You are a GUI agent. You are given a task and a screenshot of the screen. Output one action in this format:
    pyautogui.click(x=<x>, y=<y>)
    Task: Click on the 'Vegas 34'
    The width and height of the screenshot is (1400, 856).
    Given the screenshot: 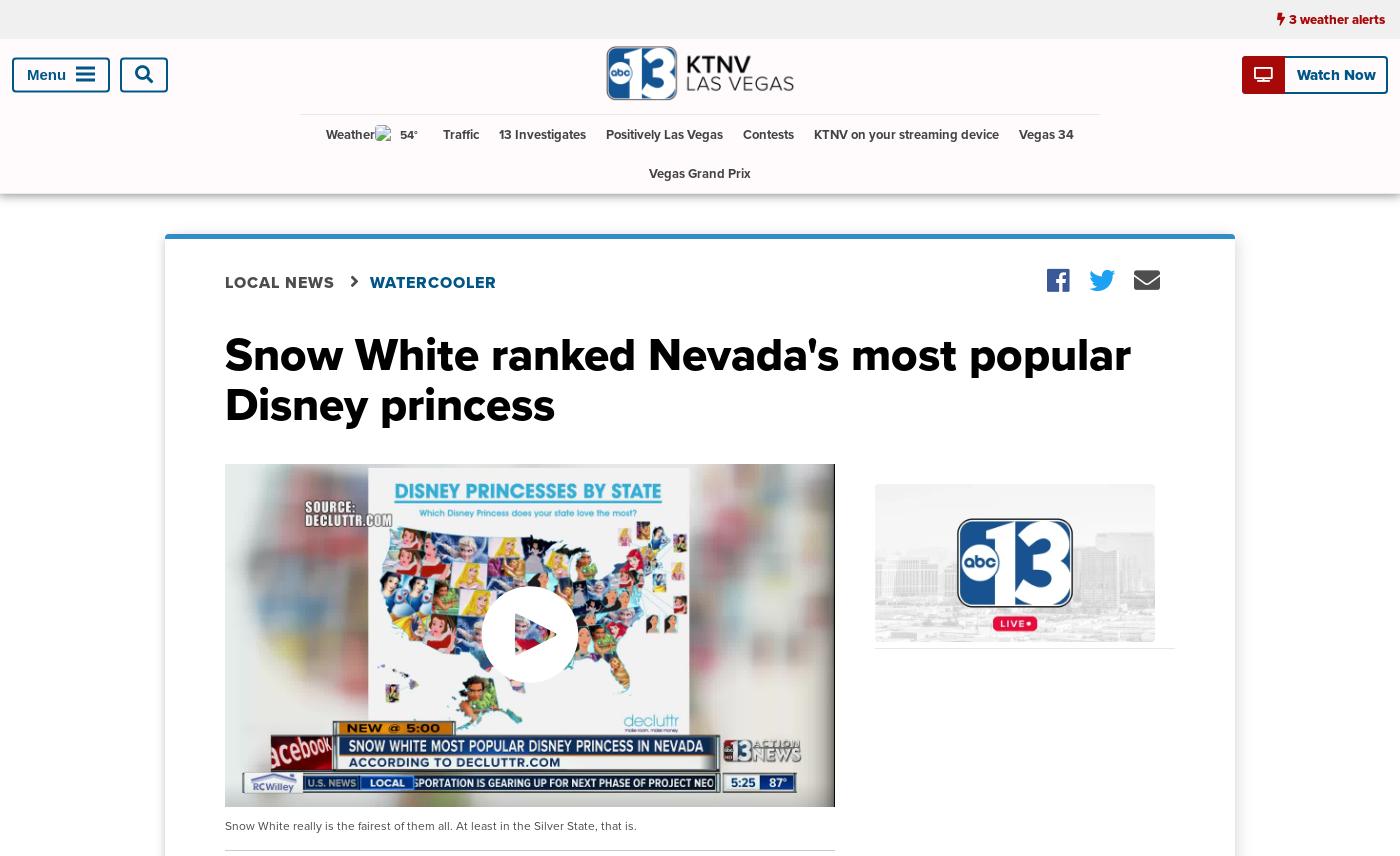 What is the action you would take?
    pyautogui.click(x=1046, y=133)
    